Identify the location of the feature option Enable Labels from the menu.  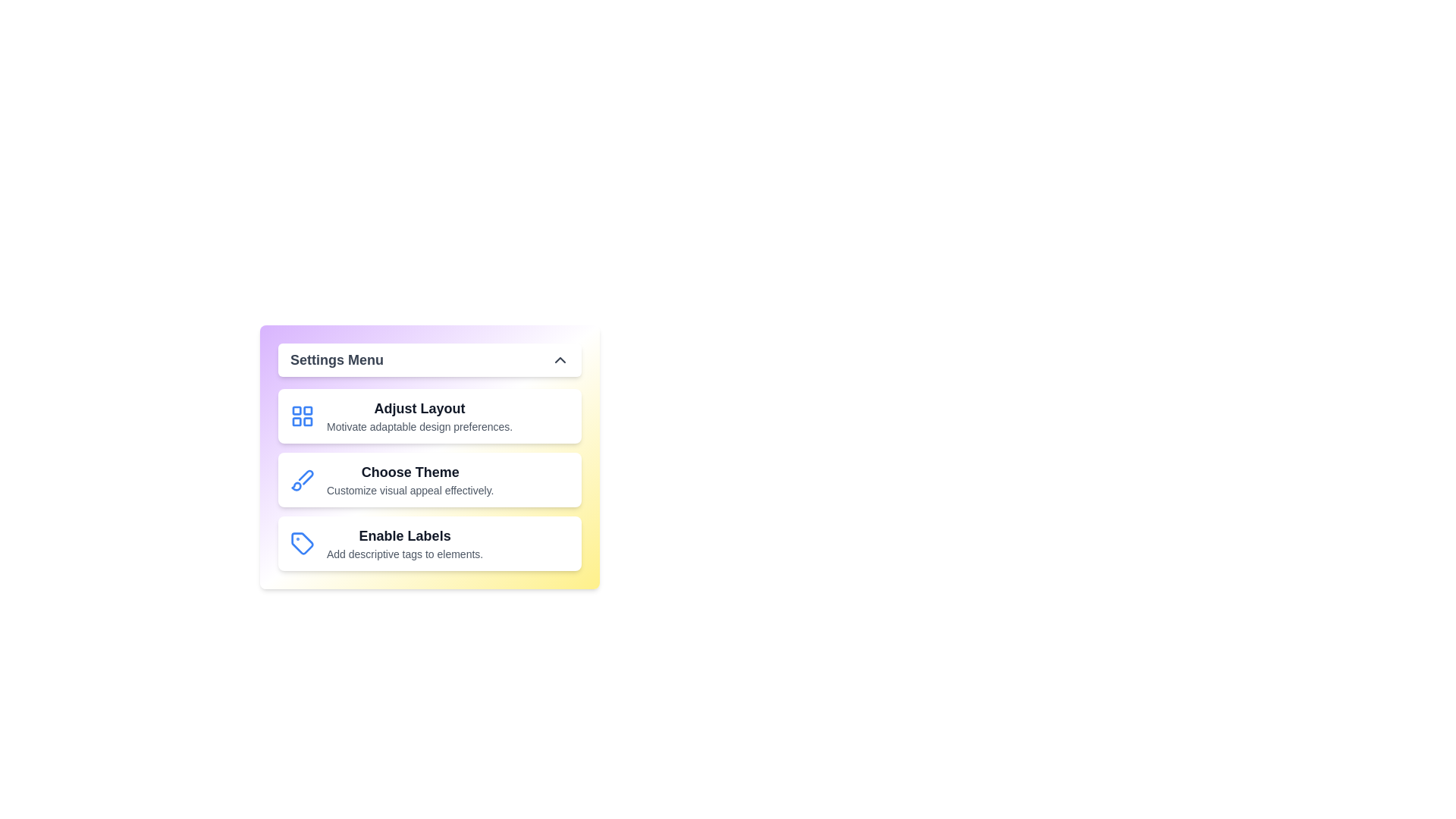
(428, 543).